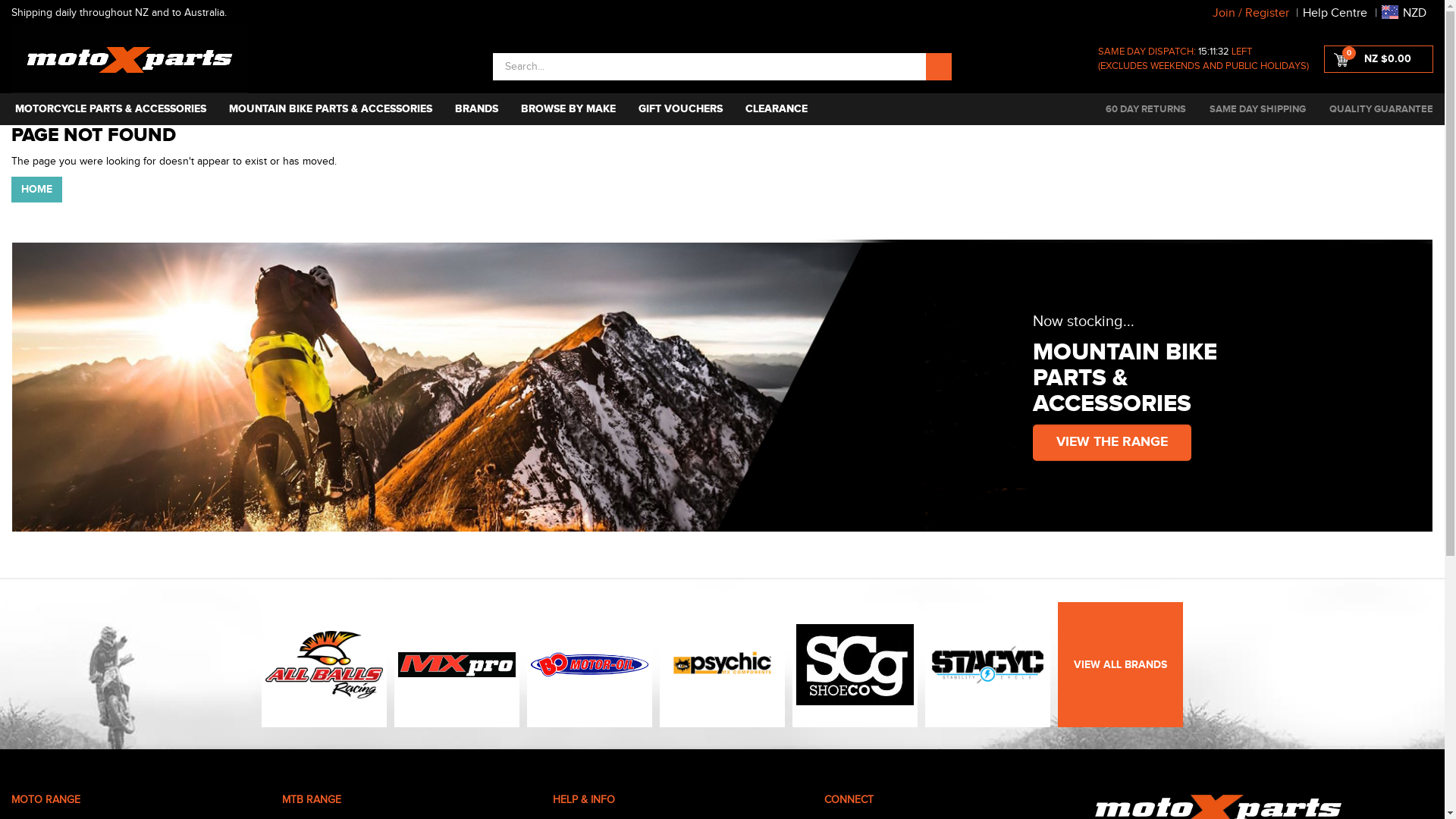 Image resolution: width=1456 pixels, height=819 pixels. I want to click on '0, so click(1379, 58).